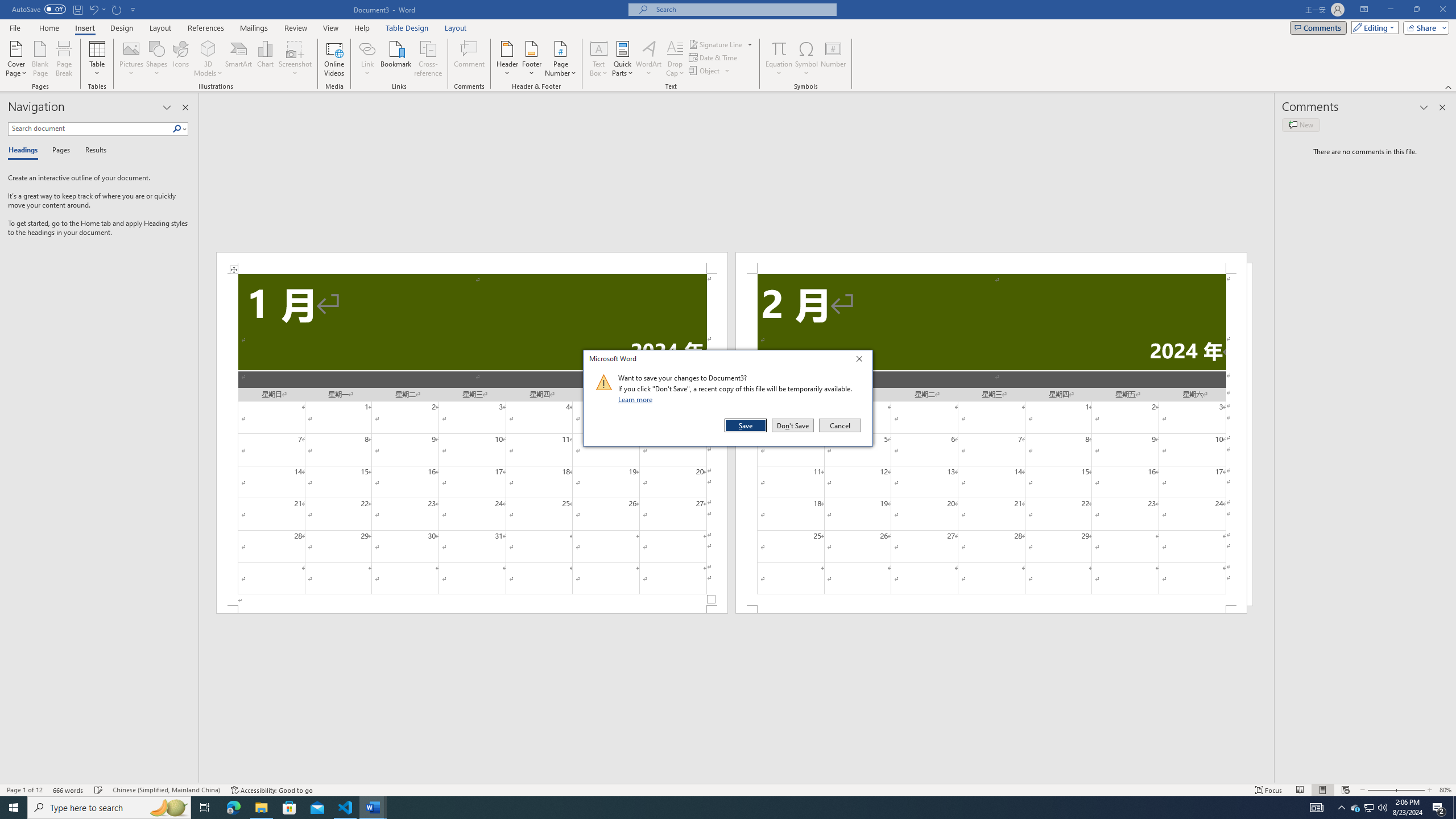 This screenshot has width=1456, height=819. Describe the element at coordinates (208, 48) in the screenshot. I see `'3D Models'` at that location.